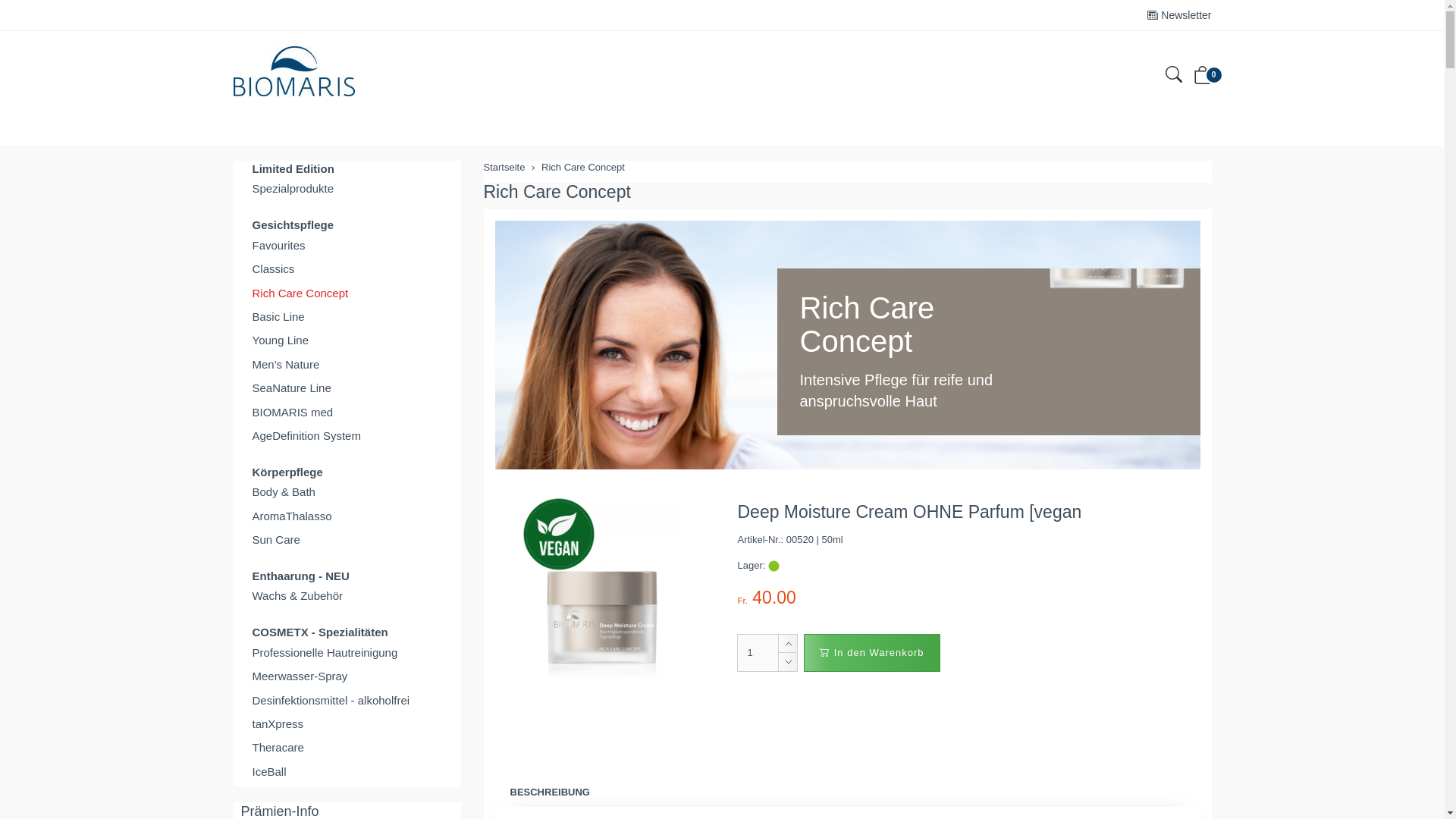 This screenshot has width=1456, height=819. I want to click on 'Sun Care', so click(346, 538).